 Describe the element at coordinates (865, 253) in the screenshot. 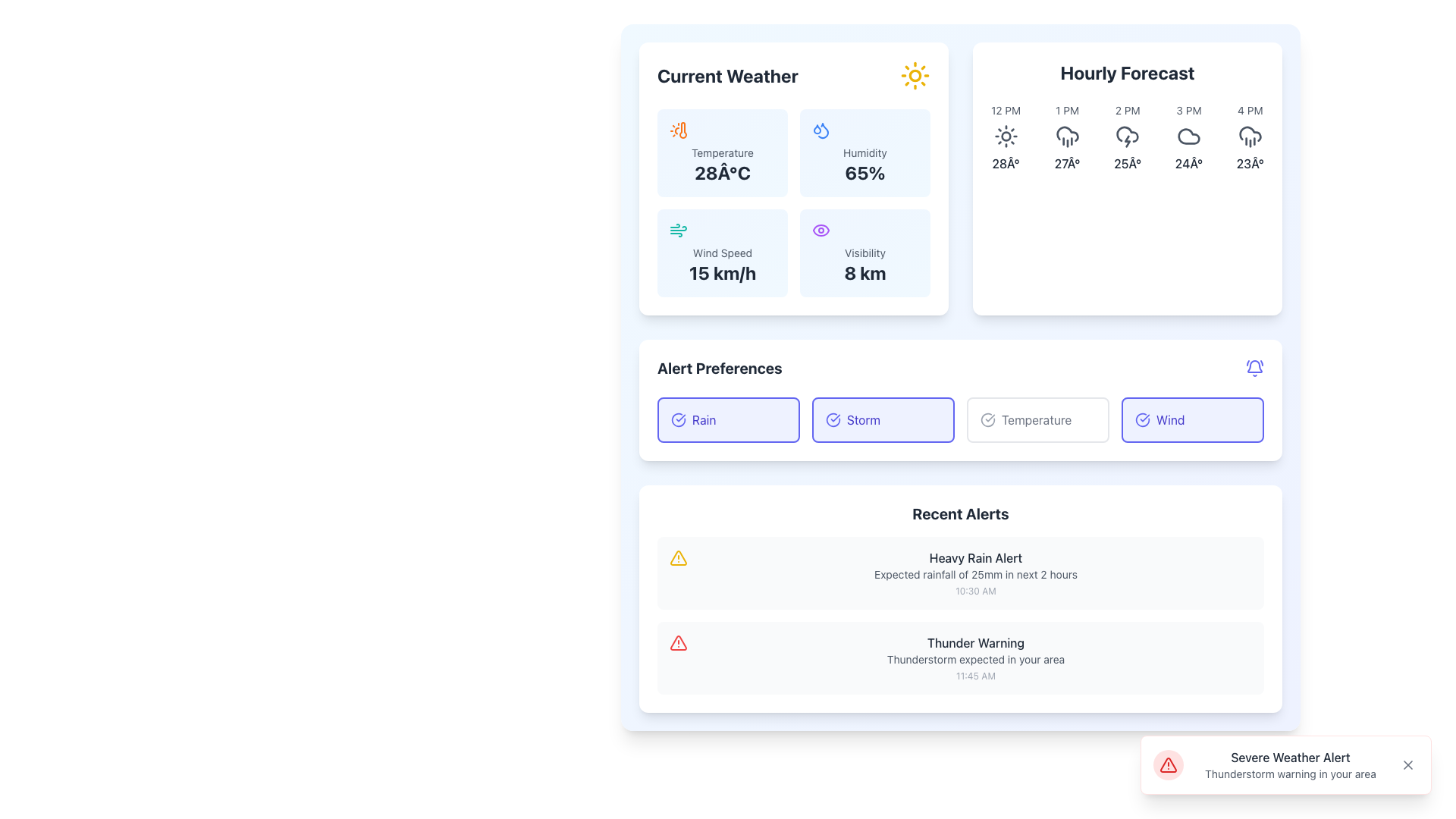

I see `the 'Visibility' label, which is a smaller gray text element located in the bottom-left quadrant of the 'Current Weather' panel, specifically above the '8 km' text in the weather summary box` at that location.